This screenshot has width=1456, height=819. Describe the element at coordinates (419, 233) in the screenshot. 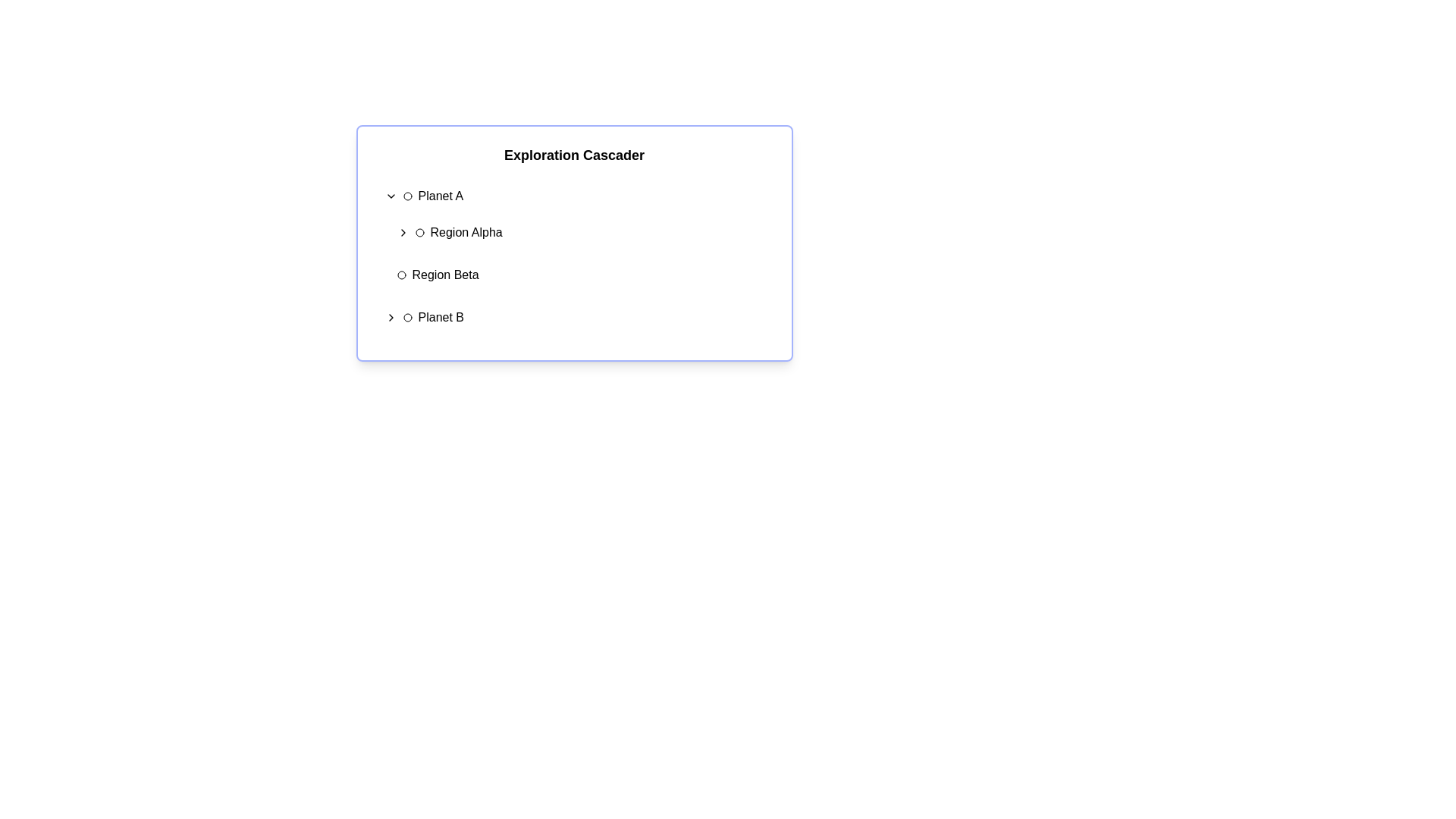

I see `the second circular icon with a stroke outline located between the right-facing chevron icon and the text 'Region Alpha'` at that location.